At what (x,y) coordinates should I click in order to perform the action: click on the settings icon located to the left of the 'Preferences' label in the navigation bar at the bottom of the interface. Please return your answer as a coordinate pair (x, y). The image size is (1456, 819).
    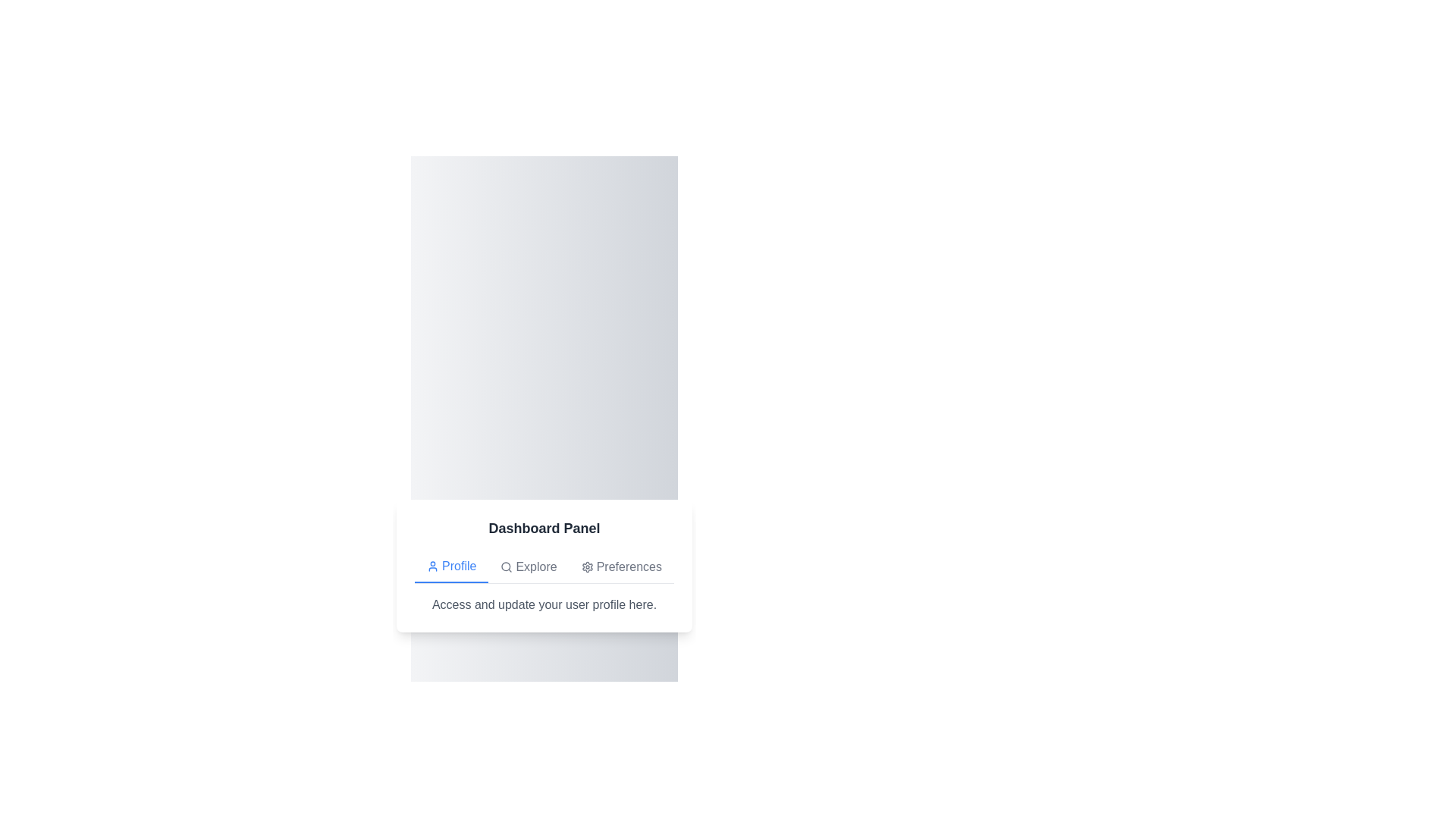
    Looking at the image, I should click on (586, 566).